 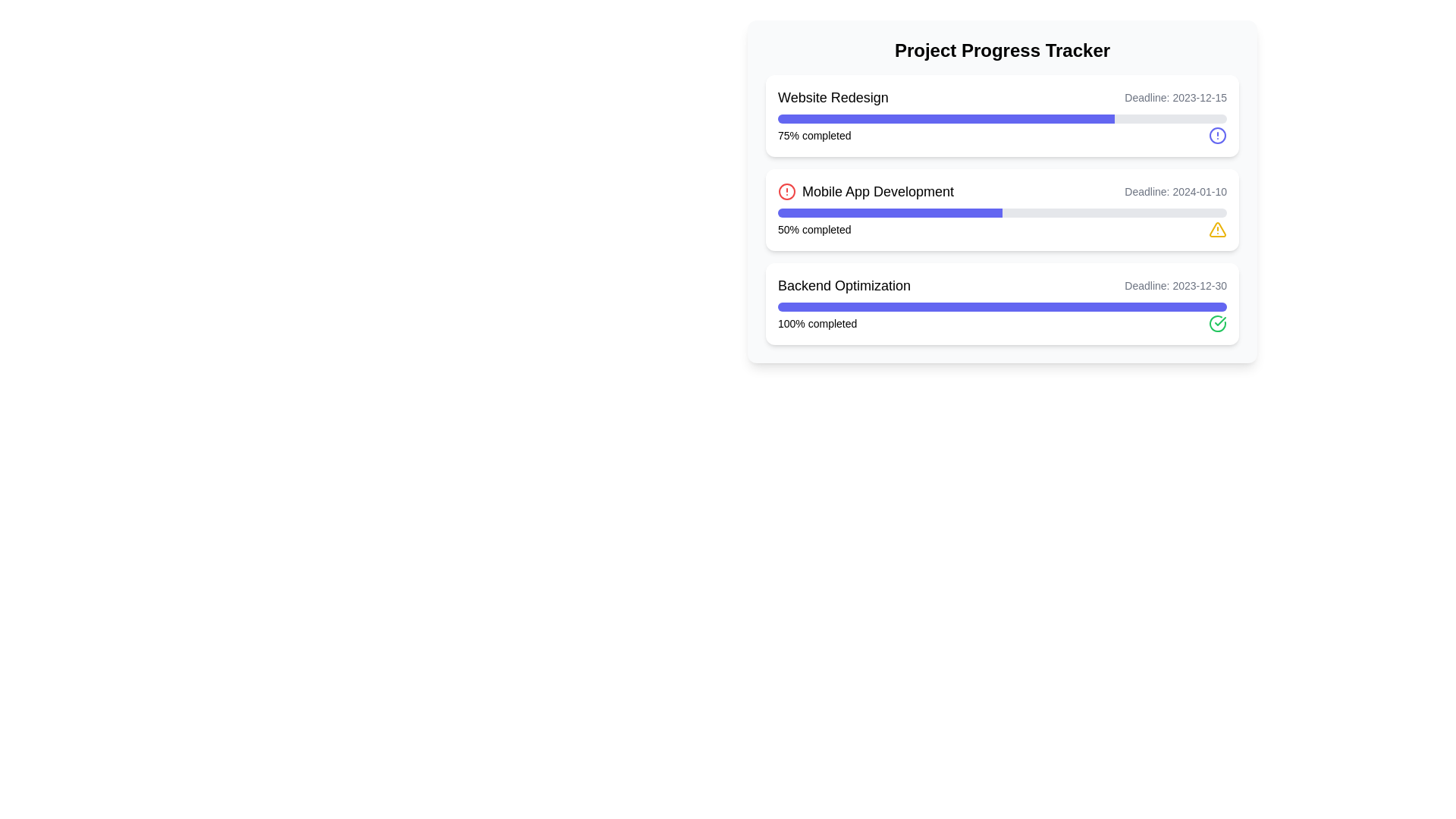 What do you see at coordinates (1218, 230) in the screenshot?
I see `the caution icon located at the far right of the 'Mobile App Development' tracker row to associate it with the progress tracker` at bounding box center [1218, 230].